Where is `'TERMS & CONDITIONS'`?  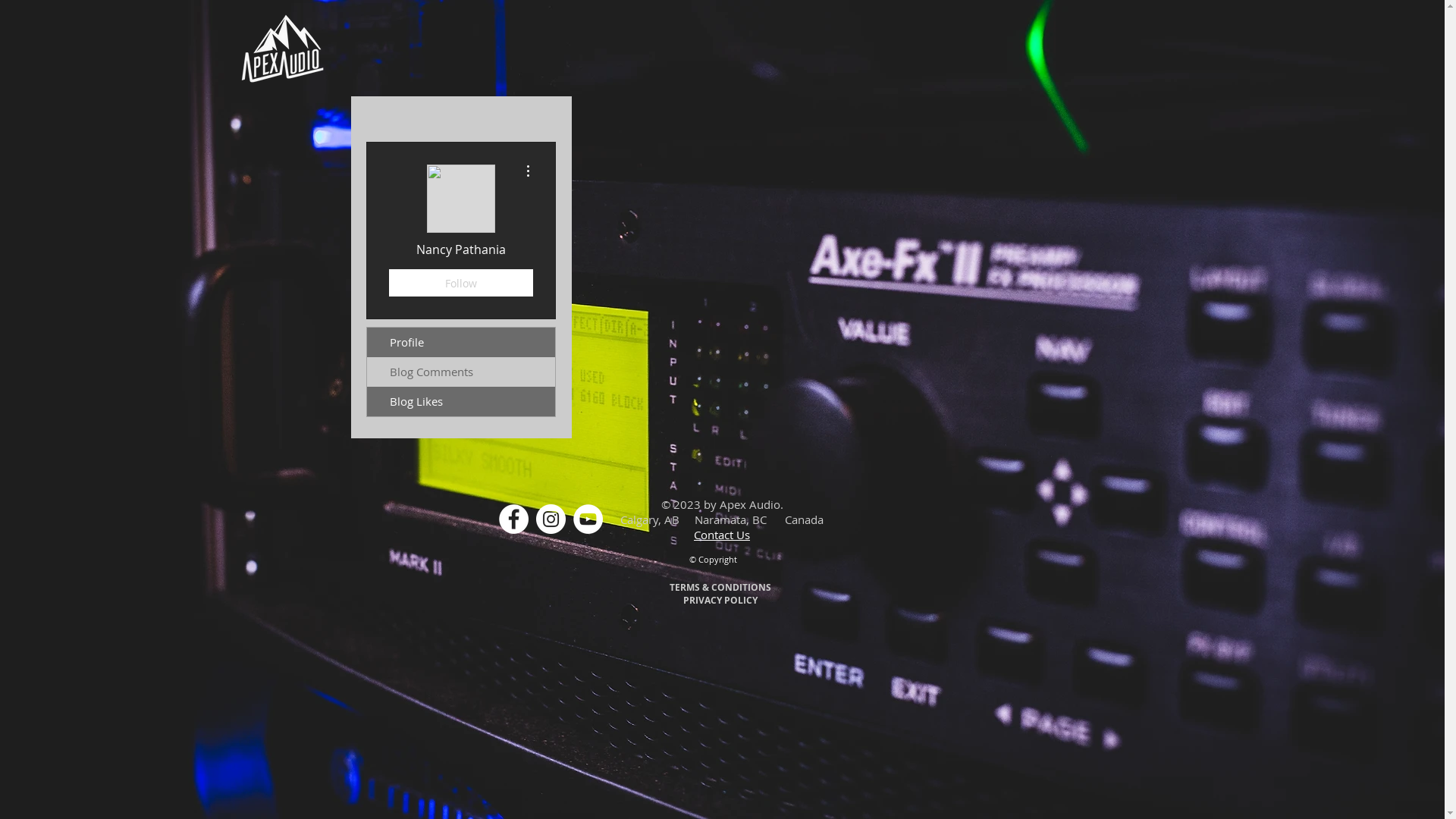
'TERMS & CONDITIONS' is located at coordinates (719, 586).